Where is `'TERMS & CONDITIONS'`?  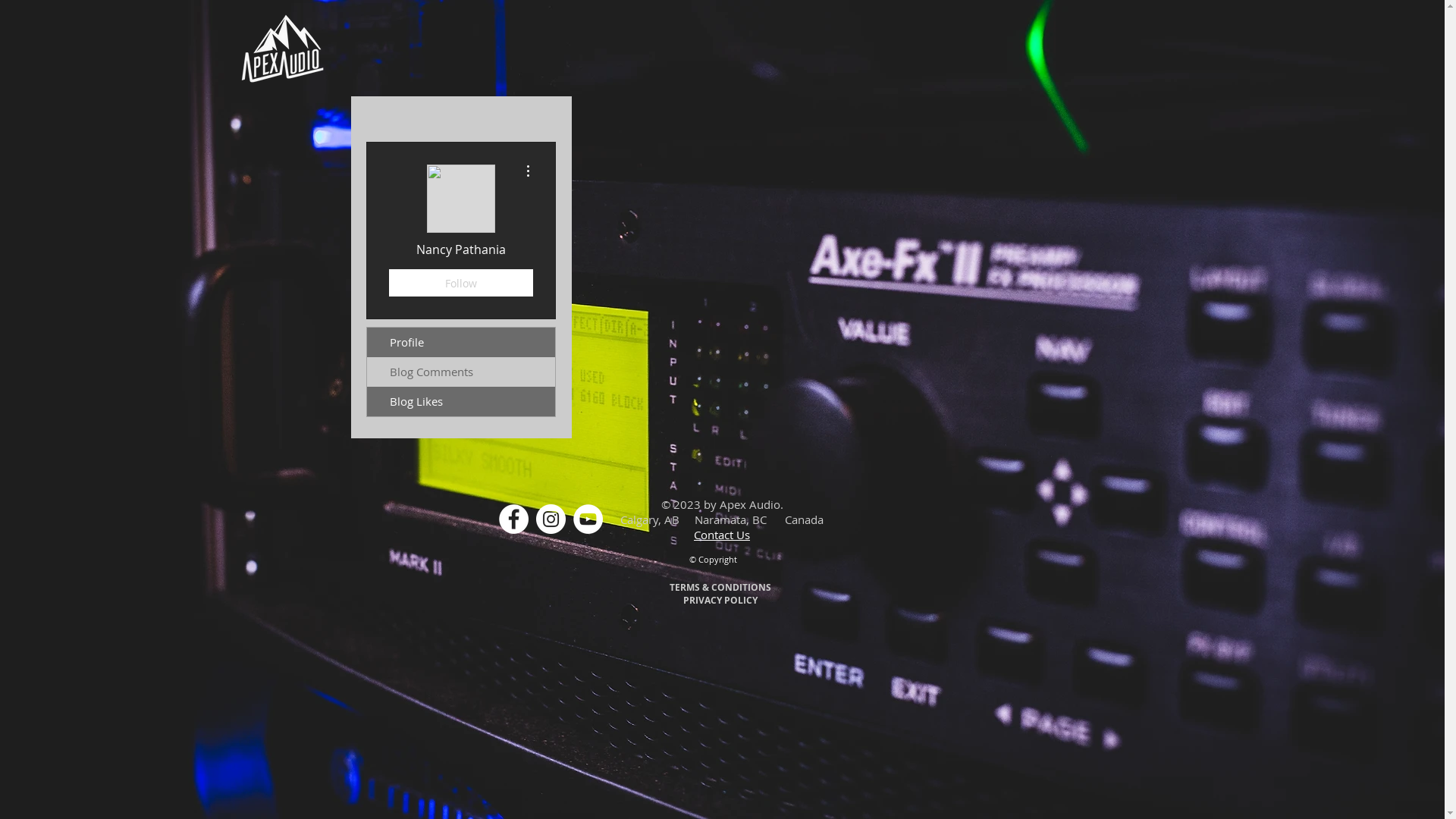
'TERMS & CONDITIONS' is located at coordinates (719, 586).